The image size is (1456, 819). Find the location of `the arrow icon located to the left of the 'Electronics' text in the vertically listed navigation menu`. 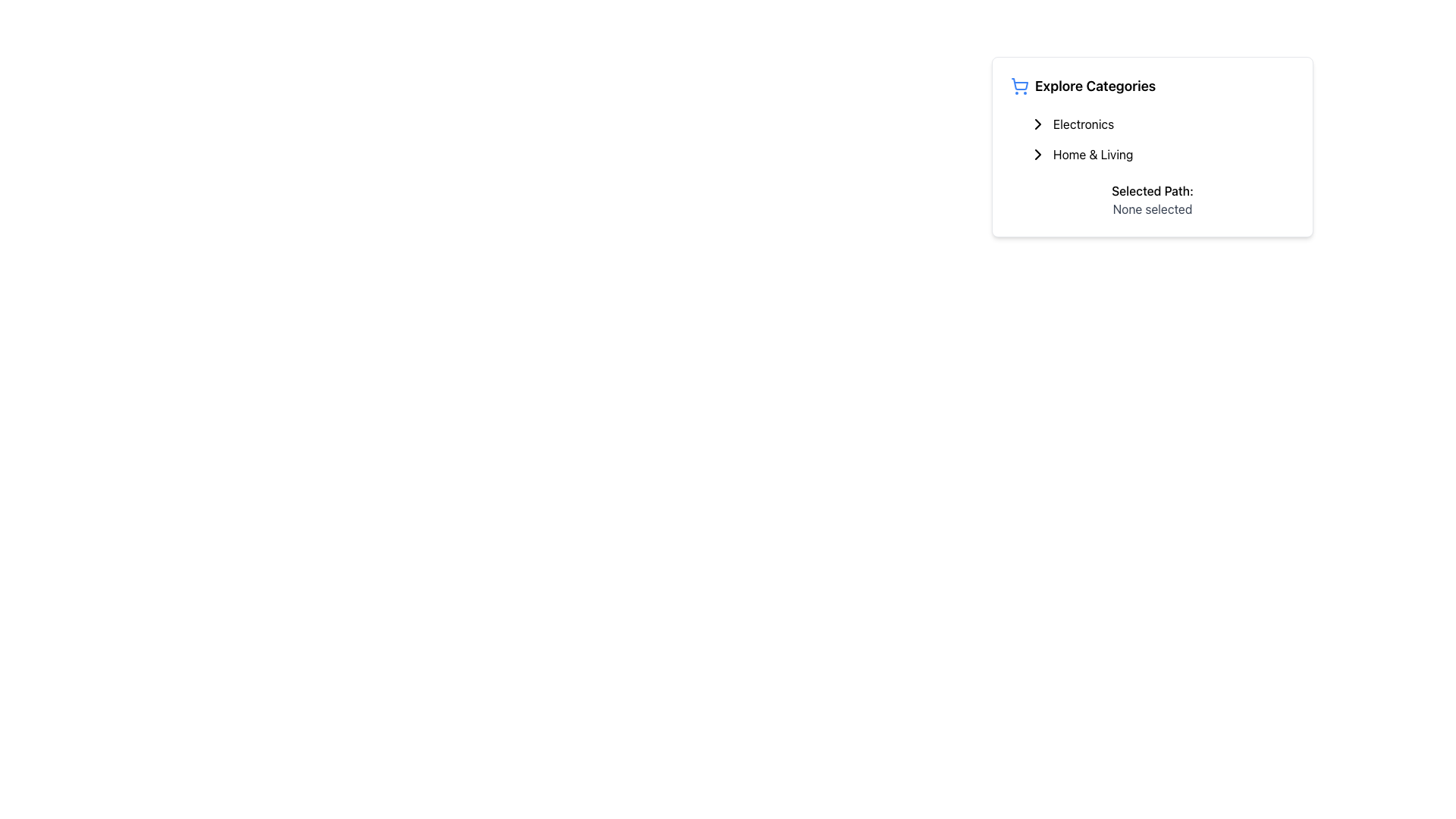

the arrow icon located to the left of the 'Electronics' text in the vertically listed navigation menu is located at coordinates (1037, 124).